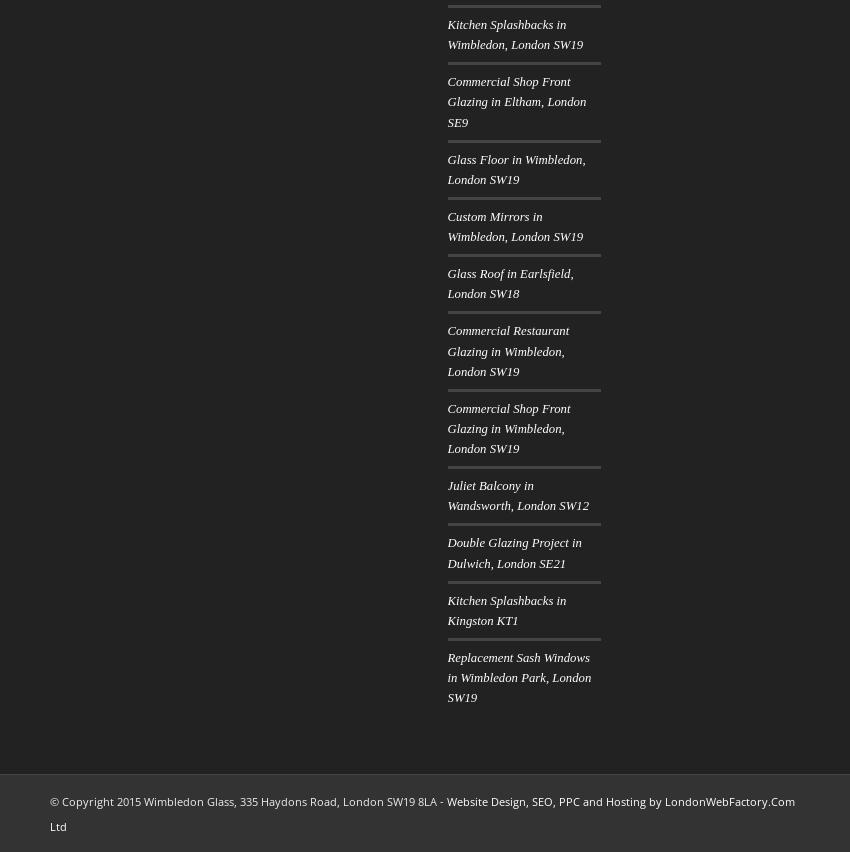 Image resolution: width=850 pixels, height=852 pixels. What do you see at coordinates (514, 34) in the screenshot?
I see `'Kitchen Splashbacks in Wimbledon, London SW19'` at bounding box center [514, 34].